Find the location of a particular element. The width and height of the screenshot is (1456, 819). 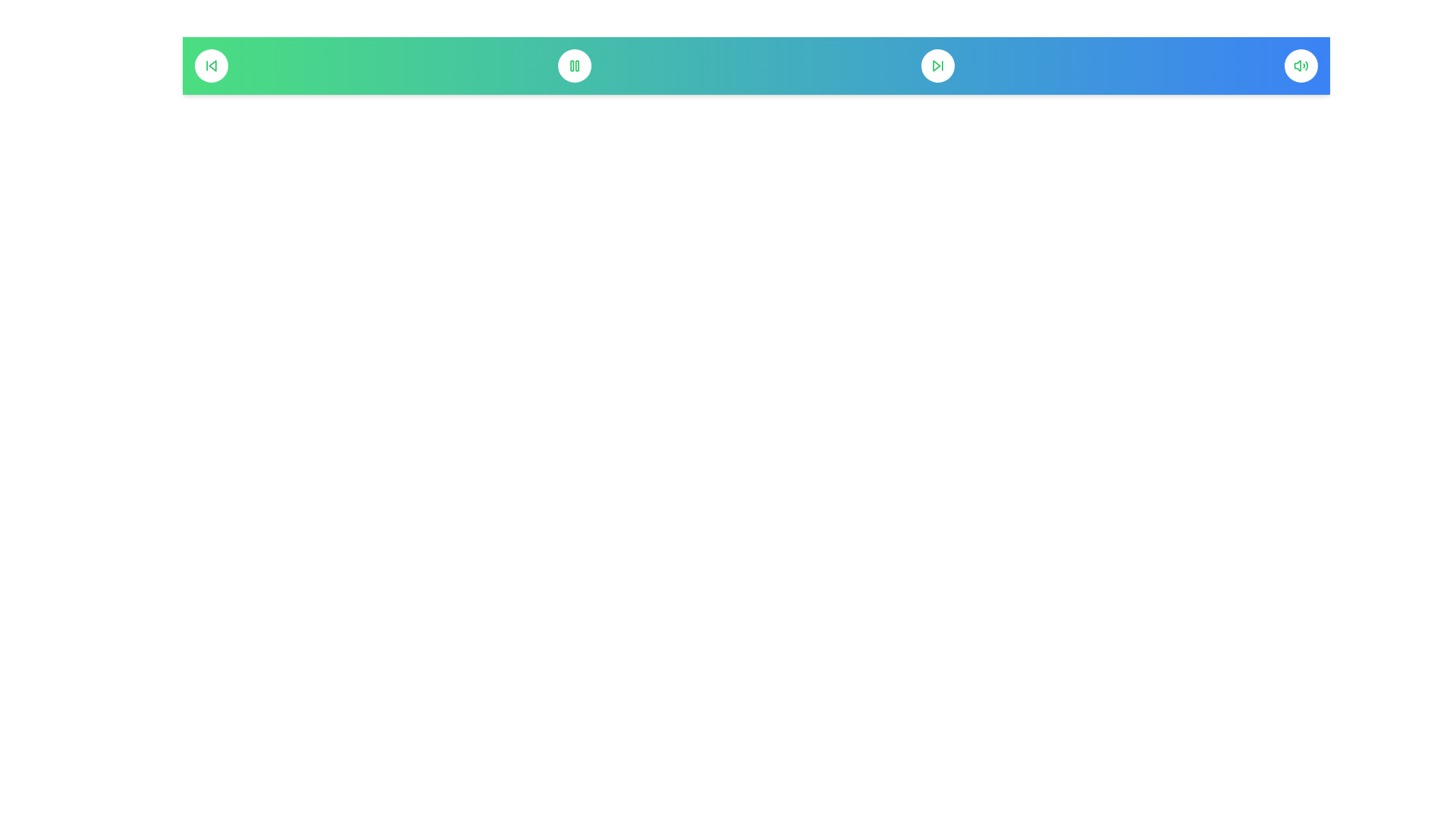

the 'SkipForward' button to skip to the next track is located at coordinates (937, 65).